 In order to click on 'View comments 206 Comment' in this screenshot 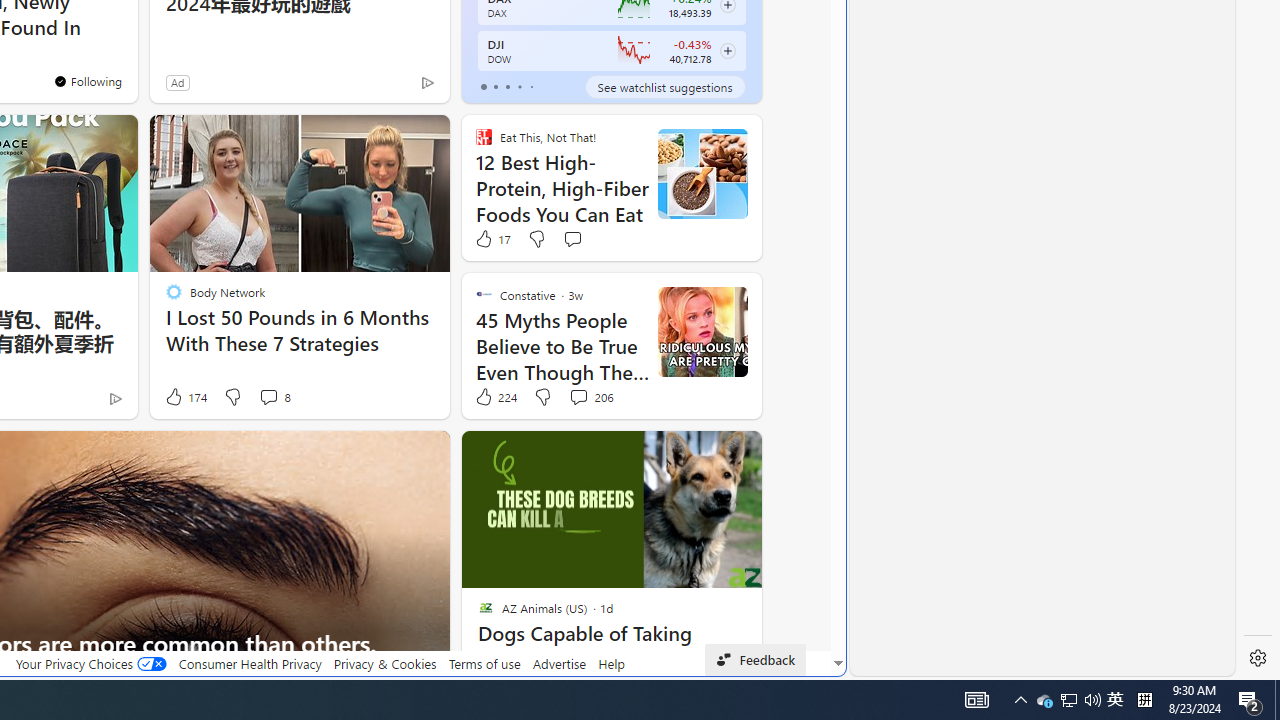, I will do `click(577, 397)`.